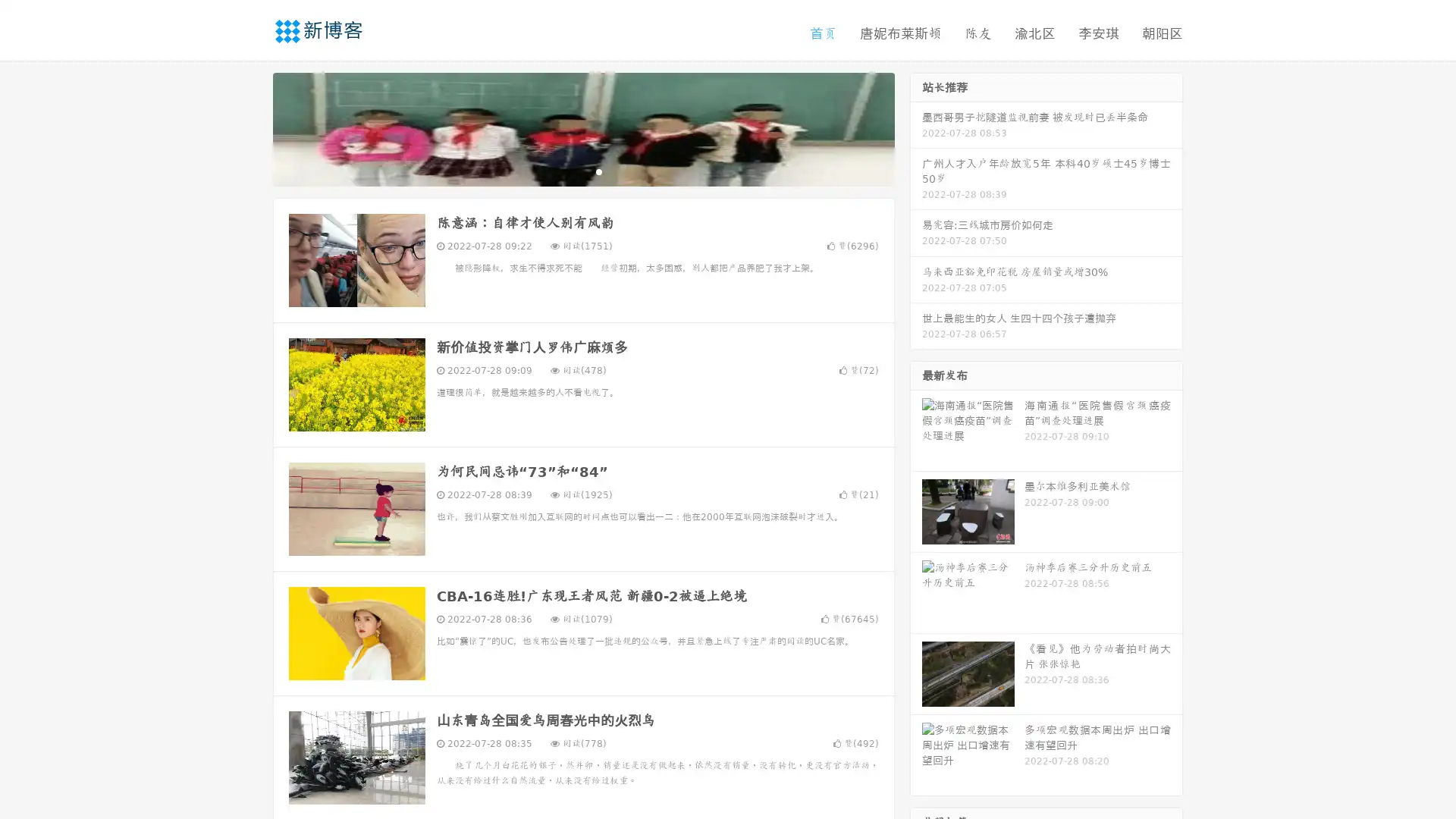  Describe the element at coordinates (567, 171) in the screenshot. I see `Go to slide 1` at that location.